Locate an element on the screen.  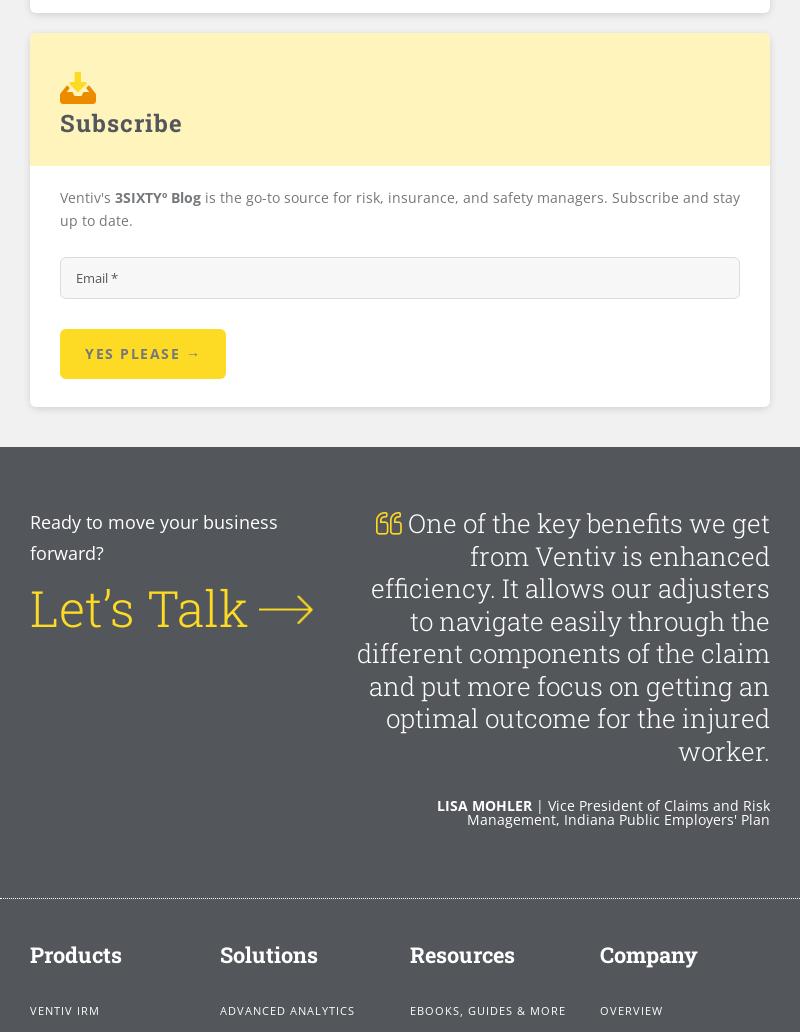
'Lisa Mohler' is located at coordinates (483, 804).